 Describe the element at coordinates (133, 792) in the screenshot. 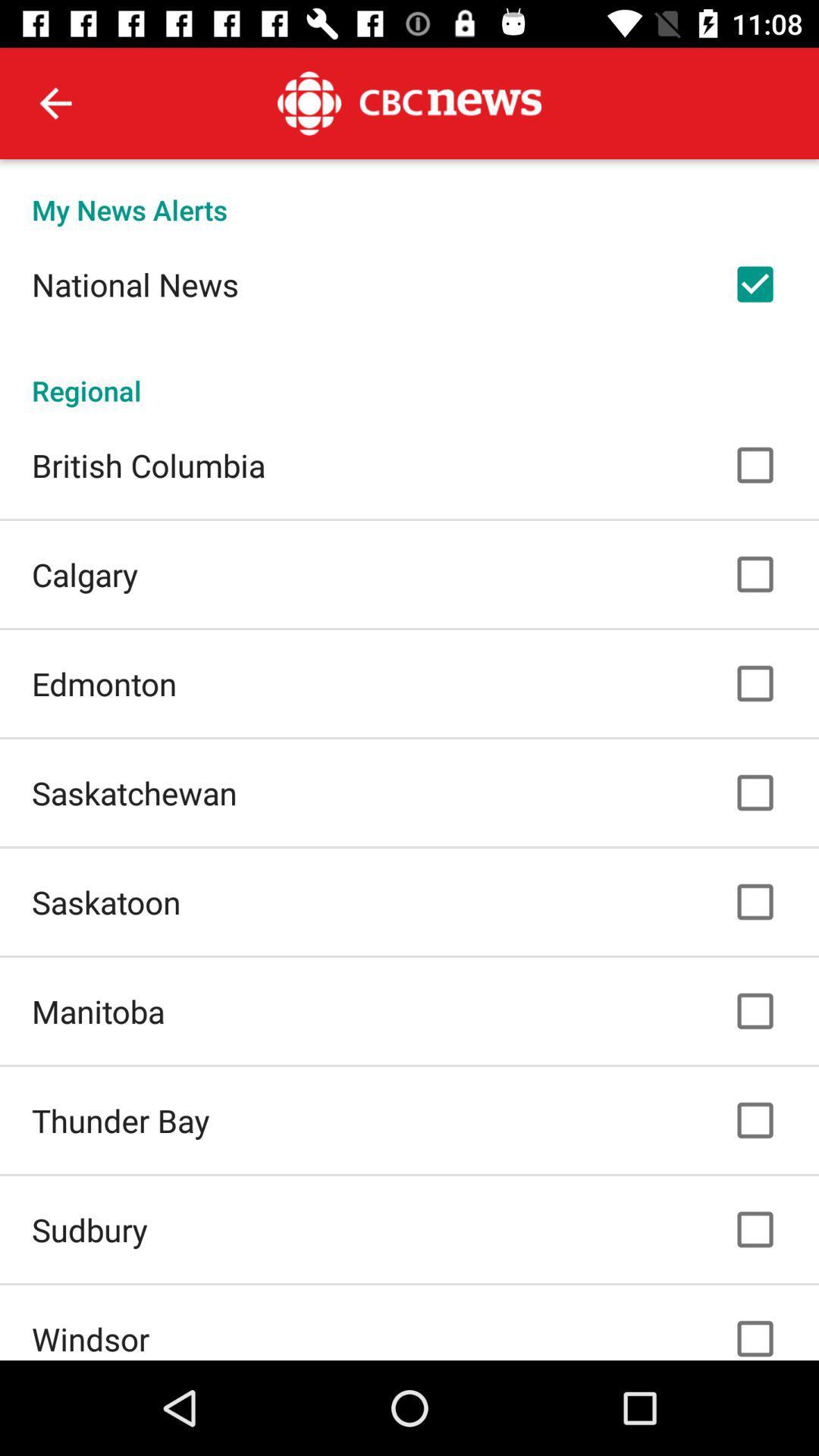

I see `item below edmonton` at that location.